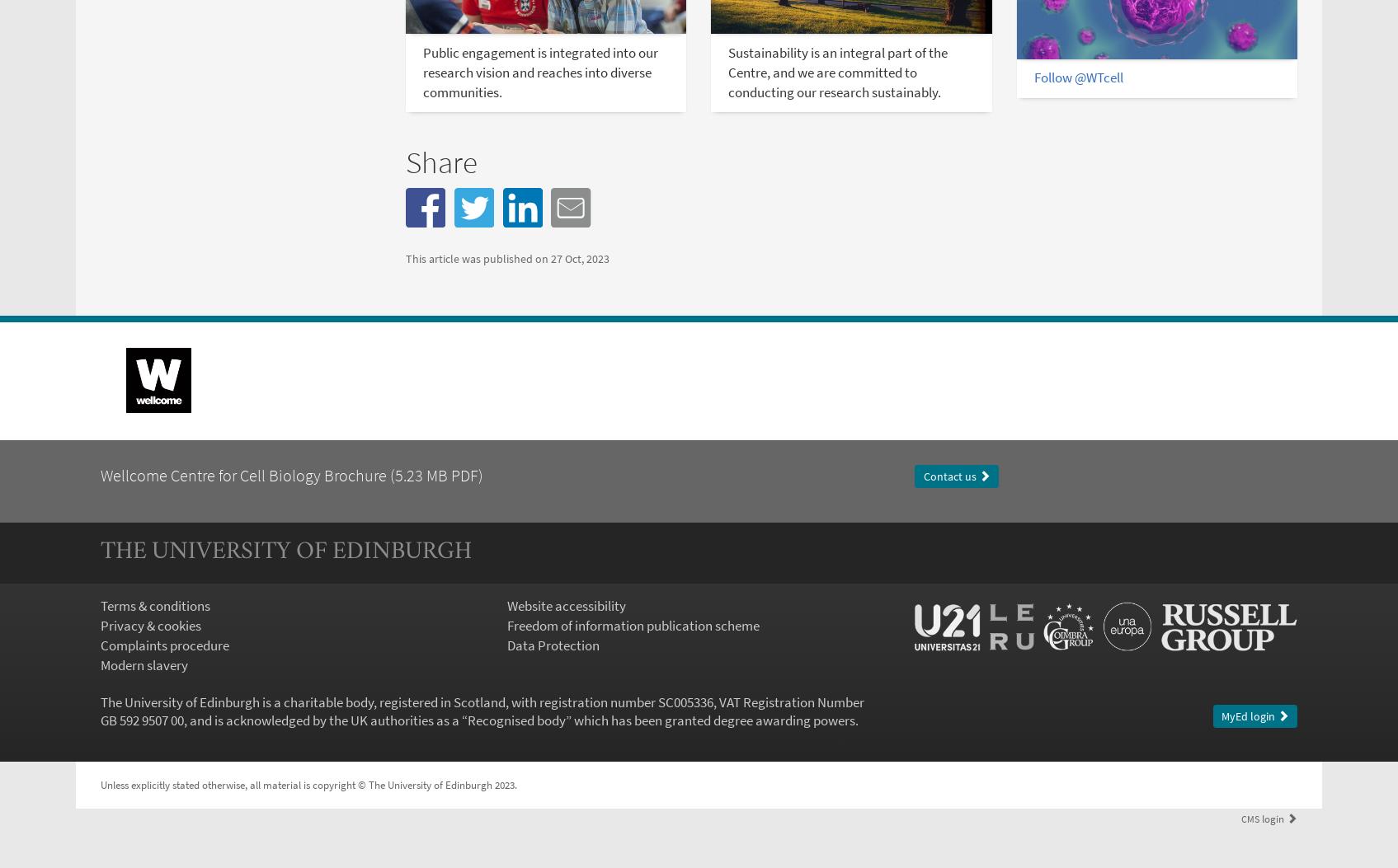 The image size is (1398, 868). Describe the element at coordinates (564, 720) in the screenshot. I see `'” which has been
            granted degree awarding powers.'` at that location.